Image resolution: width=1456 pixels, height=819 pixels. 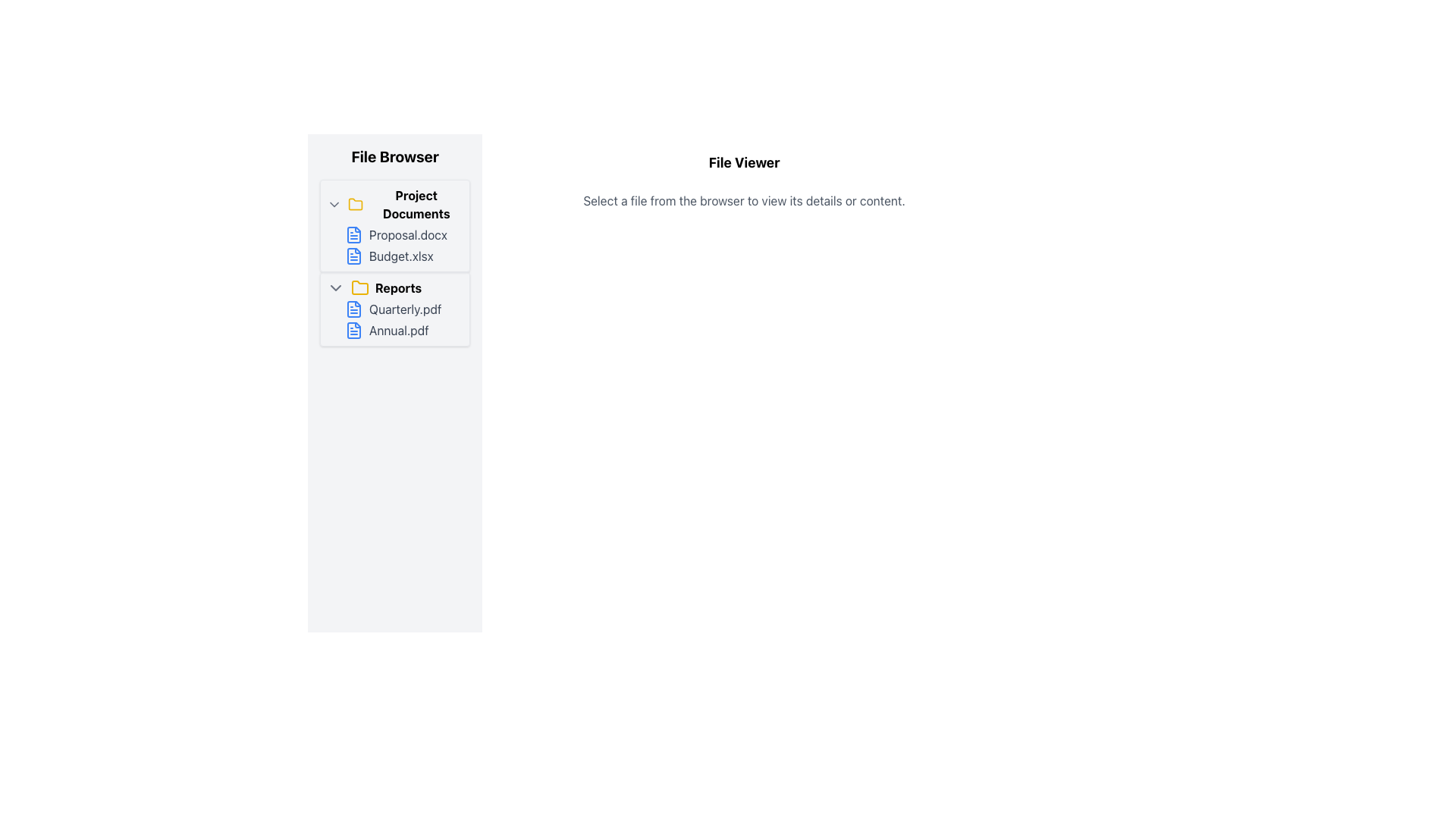 What do you see at coordinates (398, 288) in the screenshot?
I see `the 'Reports' text label` at bounding box center [398, 288].